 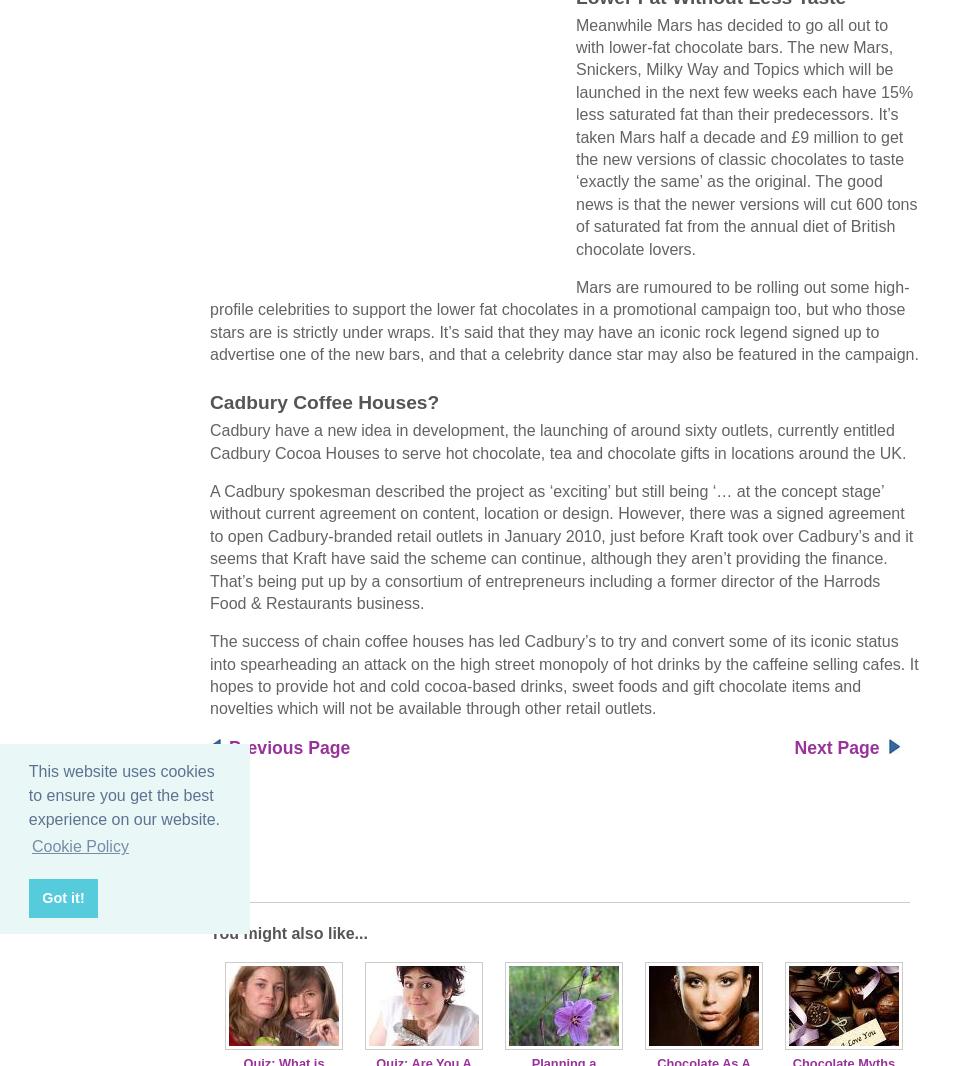 What do you see at coordinates (123, 794) in the screenshot?
I see `'This website uses cookies to ensure you get the best experience on our website.'` at bounding box center [123, 794].